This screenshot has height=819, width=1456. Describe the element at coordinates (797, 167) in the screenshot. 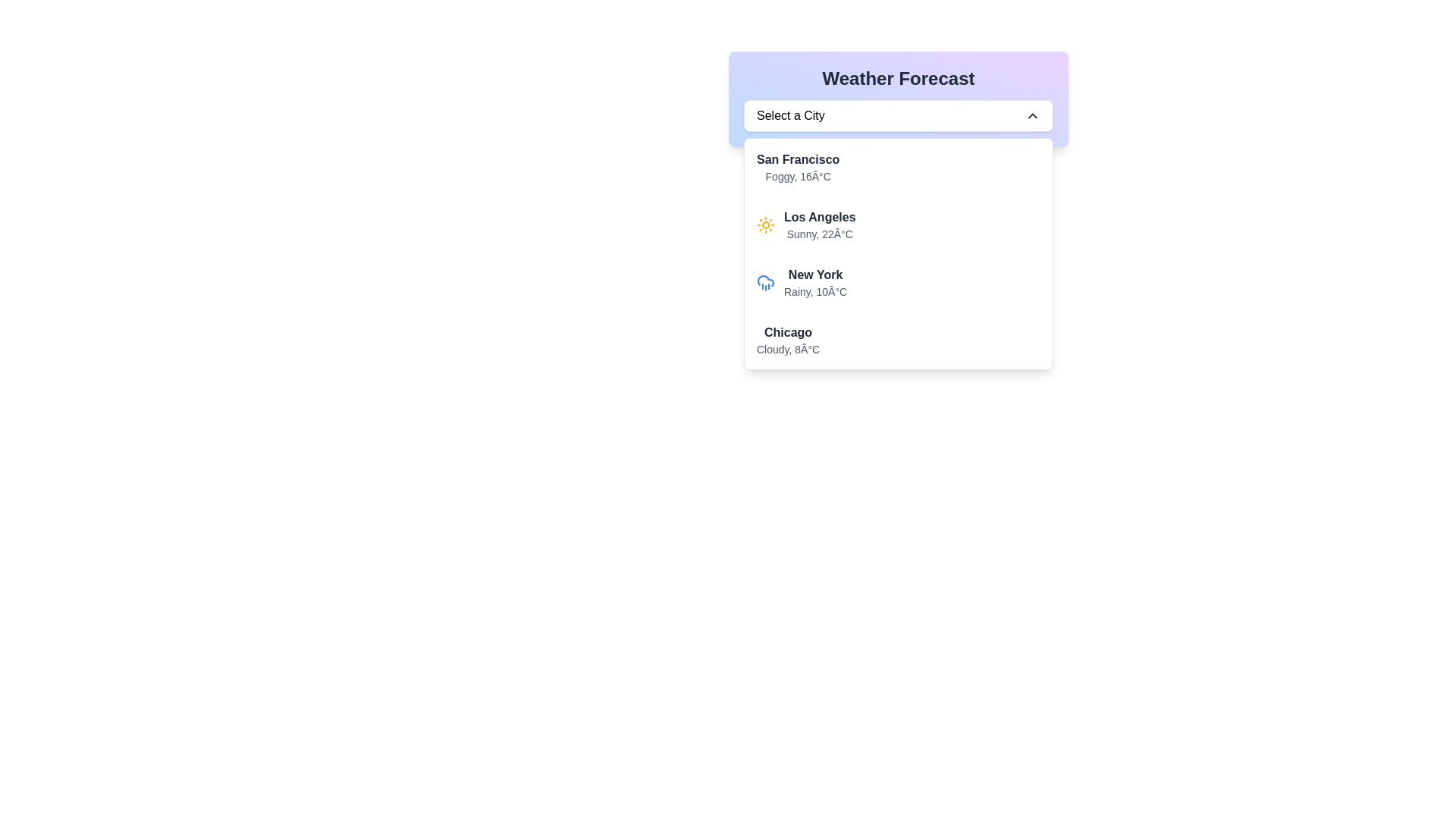

I see `the static text displaying 'San Francisco' in bold and dark gray font, which is the first item in the dropdown menu below the 'Select a City' input field` at that location.